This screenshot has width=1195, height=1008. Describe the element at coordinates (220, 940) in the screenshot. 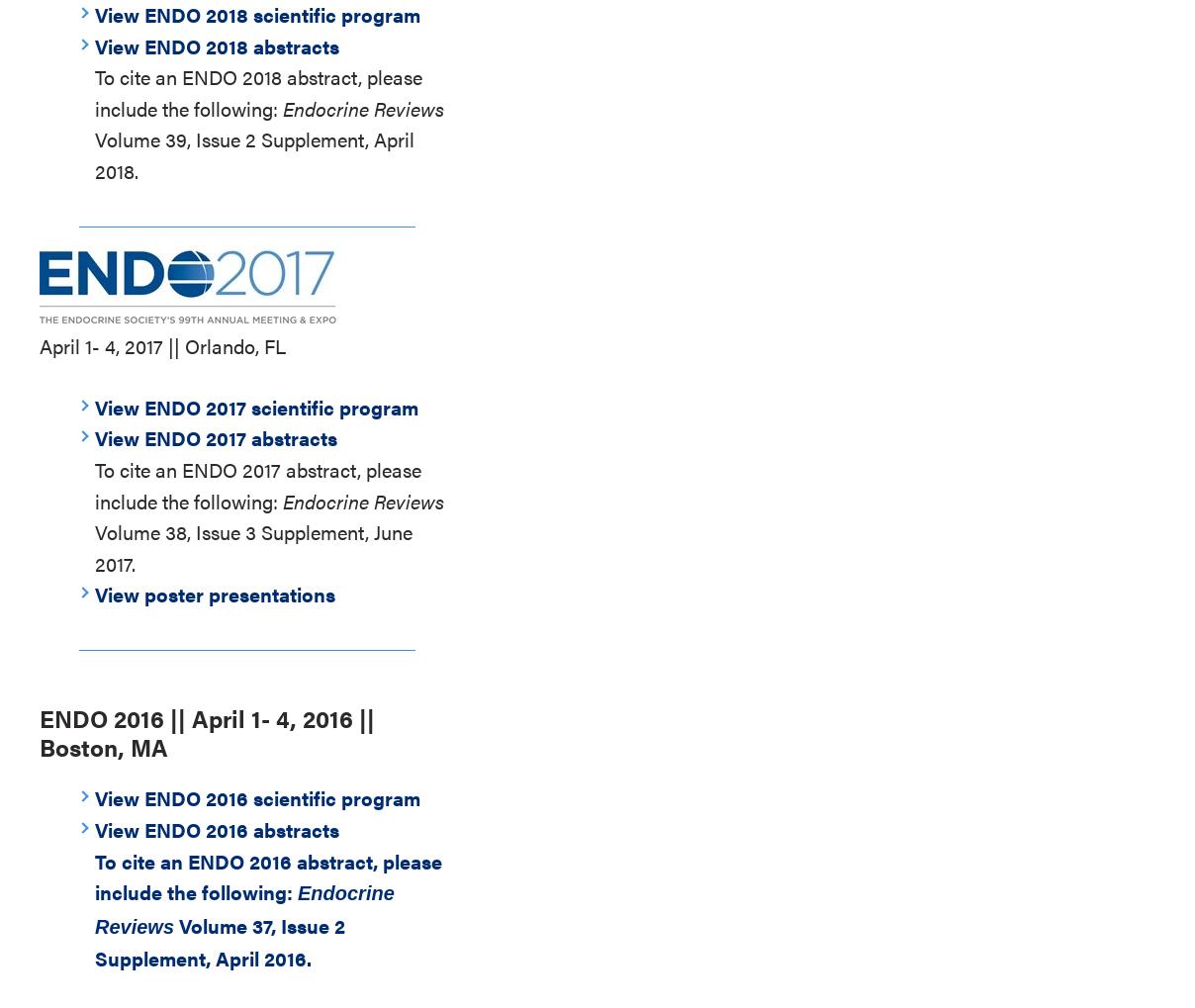

I see `'Volume 37, Issue 2 Supplement, April 2016.'` at that location.